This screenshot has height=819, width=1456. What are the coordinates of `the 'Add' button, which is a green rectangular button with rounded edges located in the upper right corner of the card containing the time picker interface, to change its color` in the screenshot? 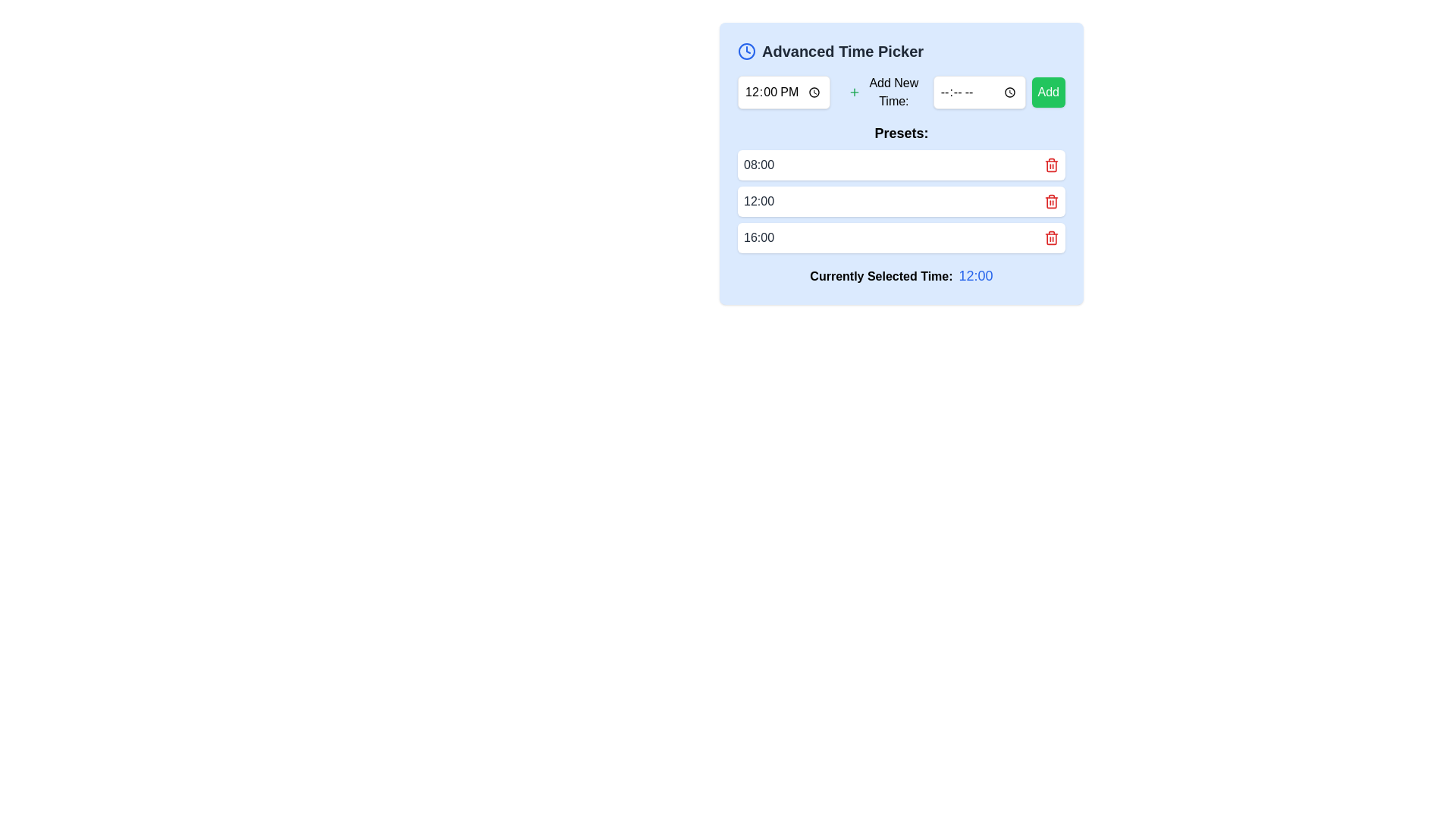 It's located at (1047, 93).